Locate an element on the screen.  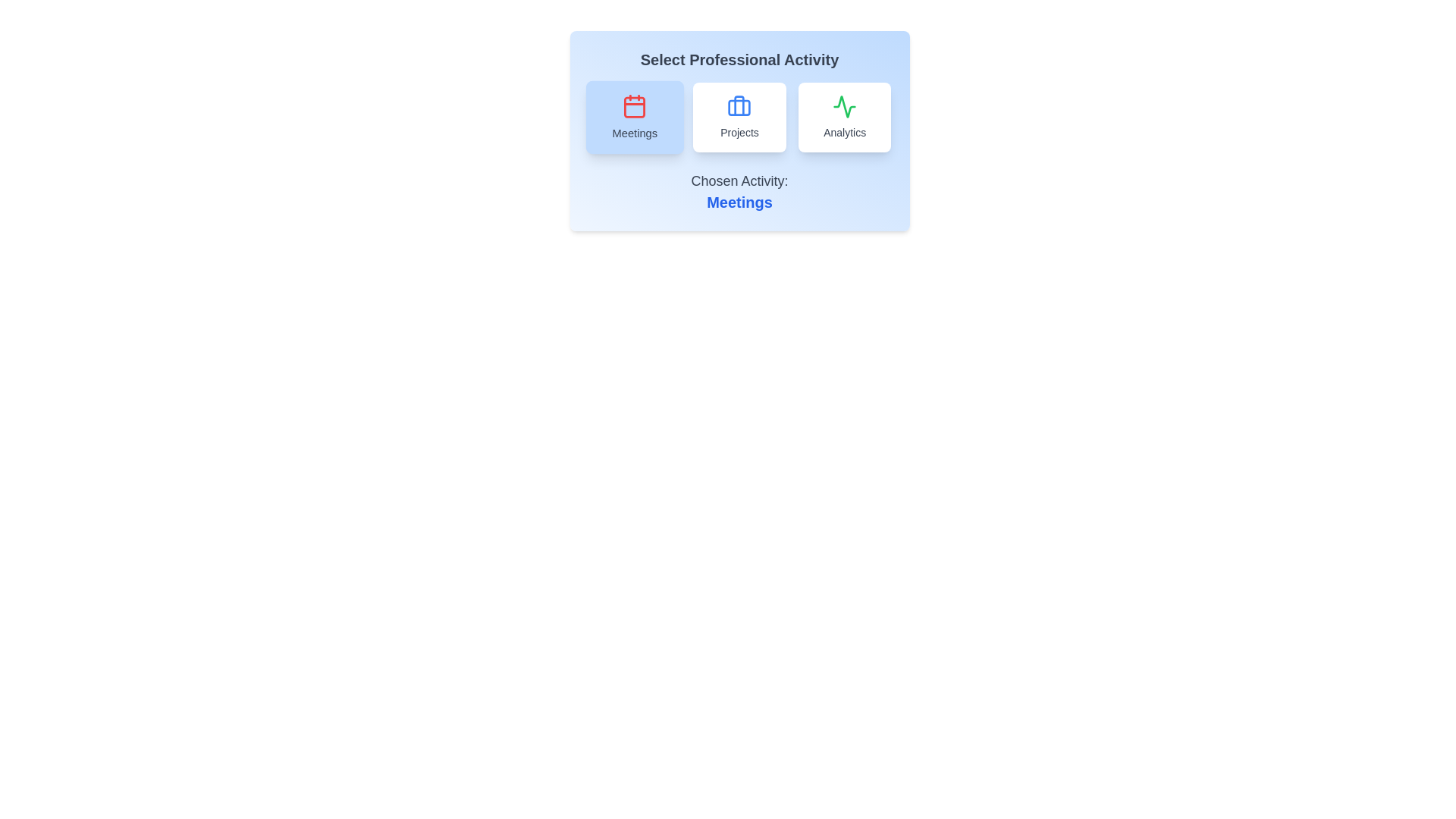
the Projects button to observe visual feedback is located at coordinates (739, 116).